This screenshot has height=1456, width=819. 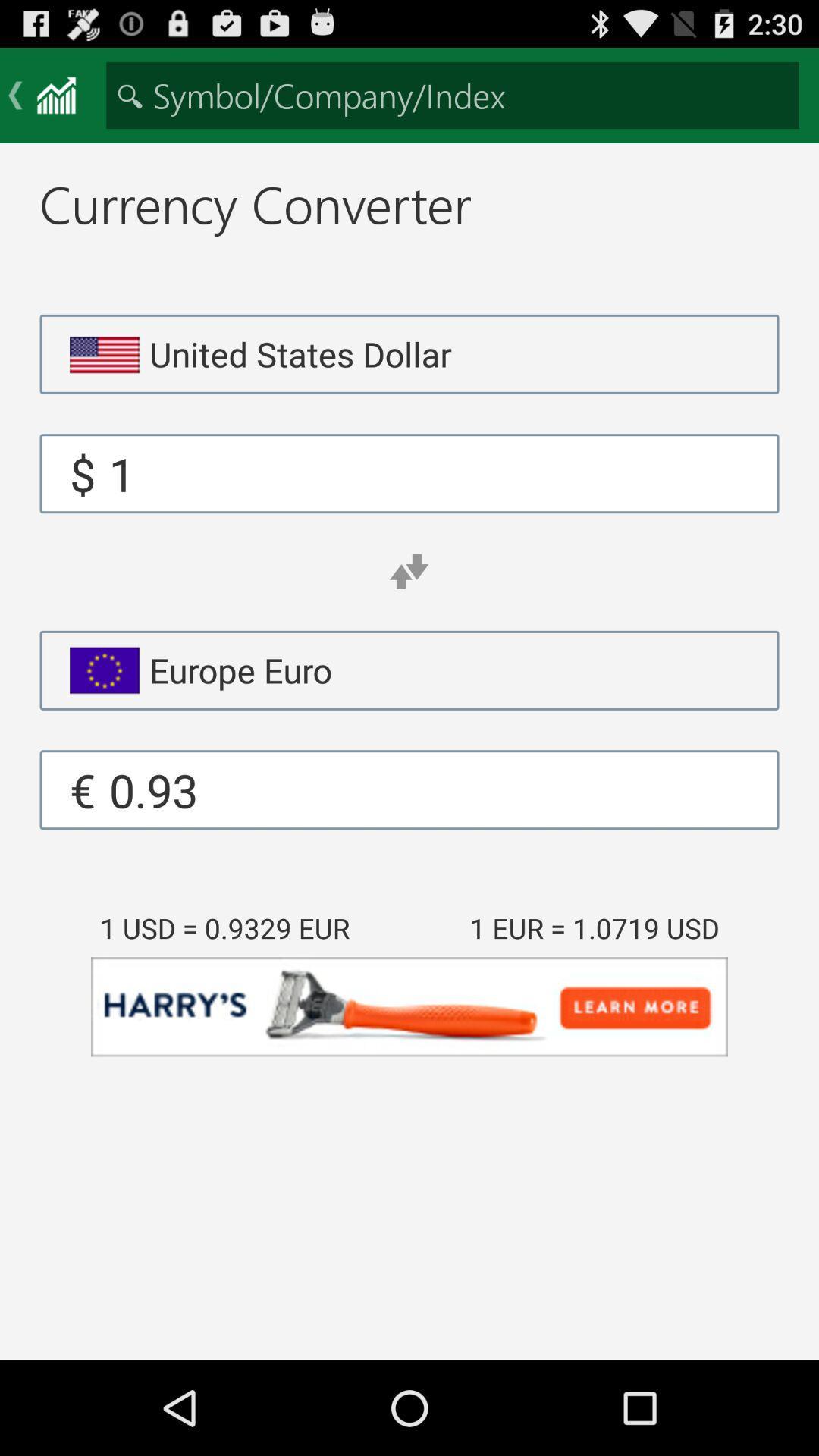 I want to click on the icon below 1 item, so click(x=408, y=571).